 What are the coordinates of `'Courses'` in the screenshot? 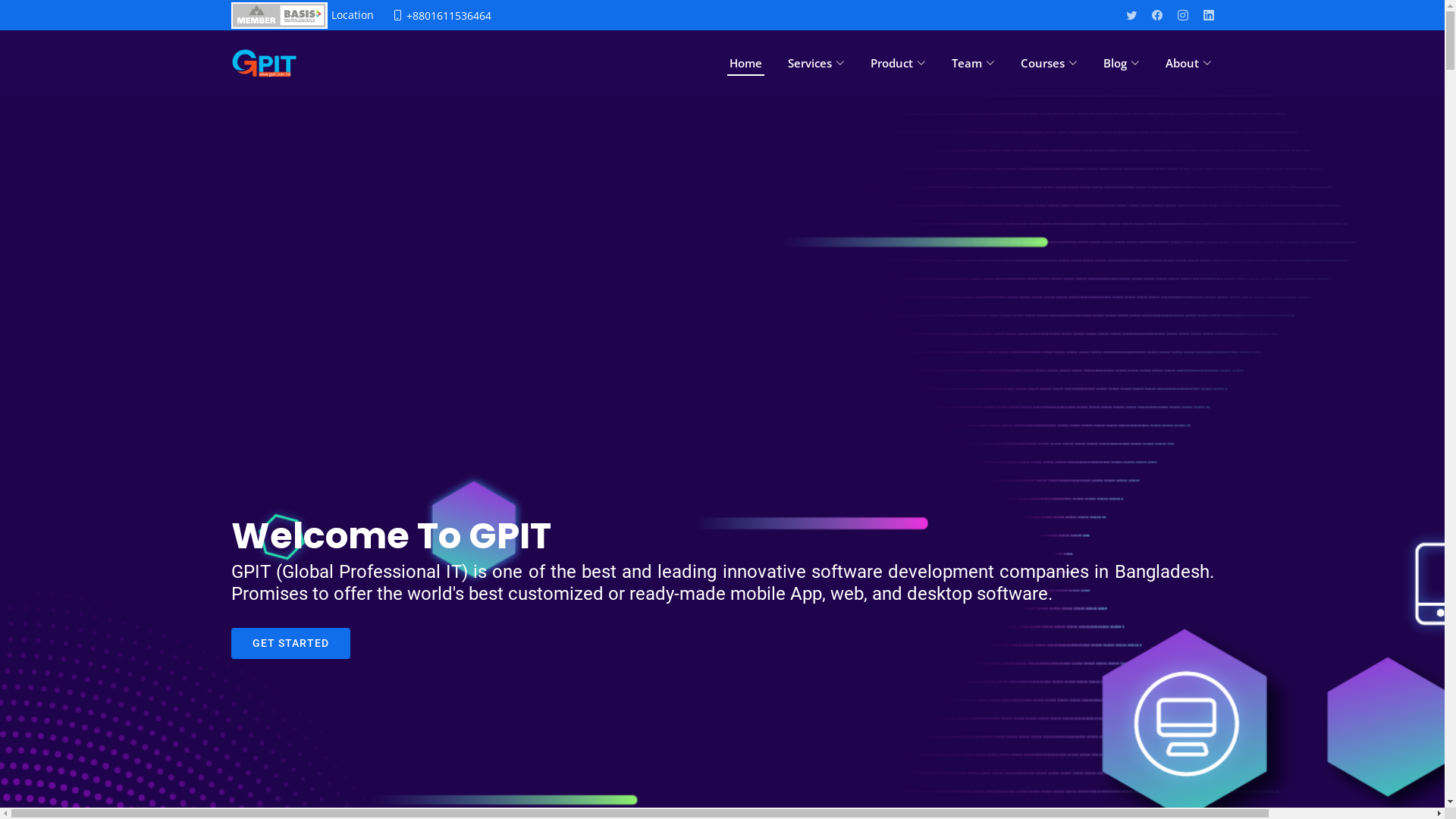 It's located at (1047, 62).